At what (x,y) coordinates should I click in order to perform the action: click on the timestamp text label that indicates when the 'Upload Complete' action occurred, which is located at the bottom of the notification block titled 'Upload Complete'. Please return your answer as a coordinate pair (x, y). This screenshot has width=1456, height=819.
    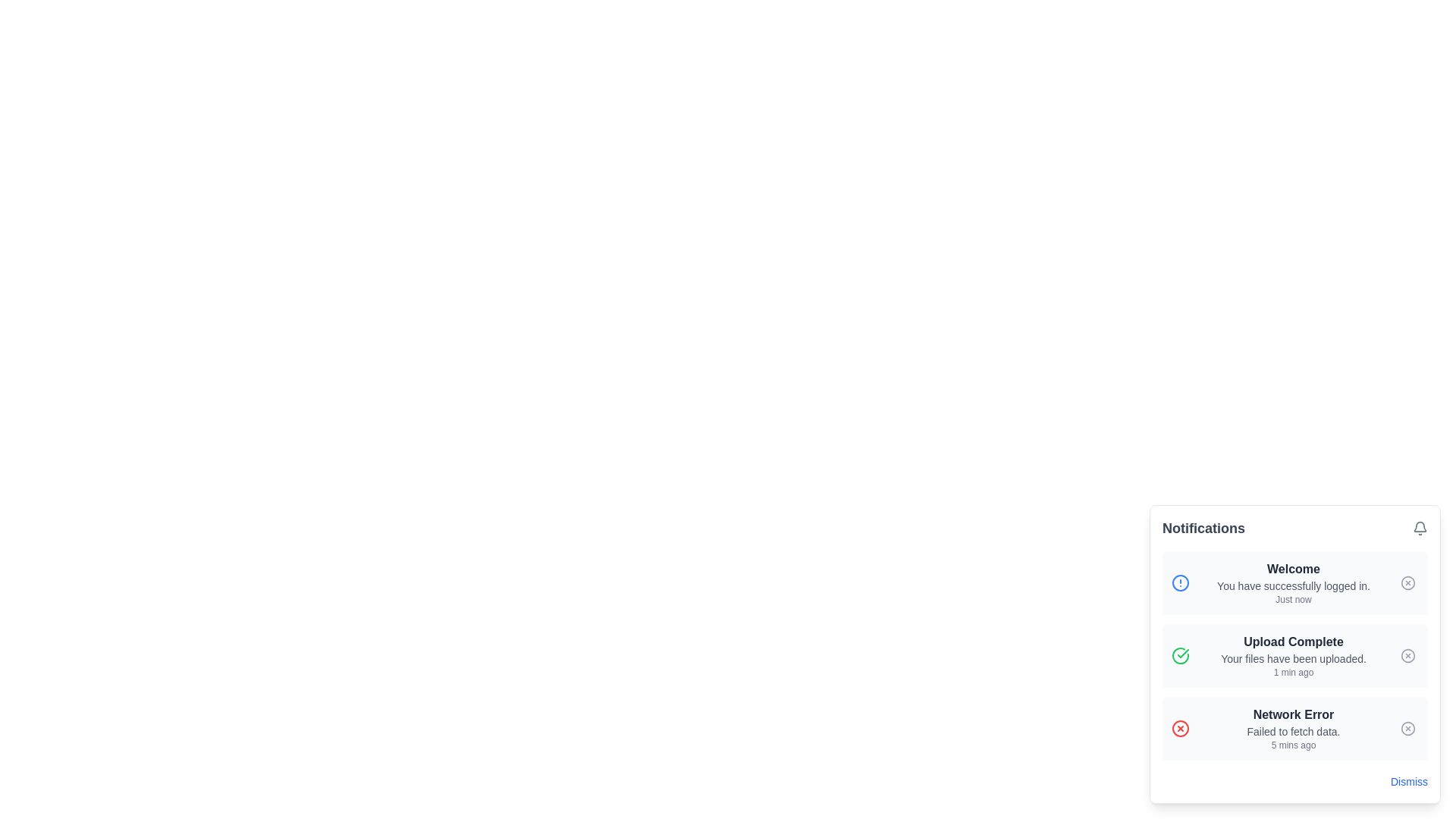
    Looking at the image, I should click on (1292, 672).